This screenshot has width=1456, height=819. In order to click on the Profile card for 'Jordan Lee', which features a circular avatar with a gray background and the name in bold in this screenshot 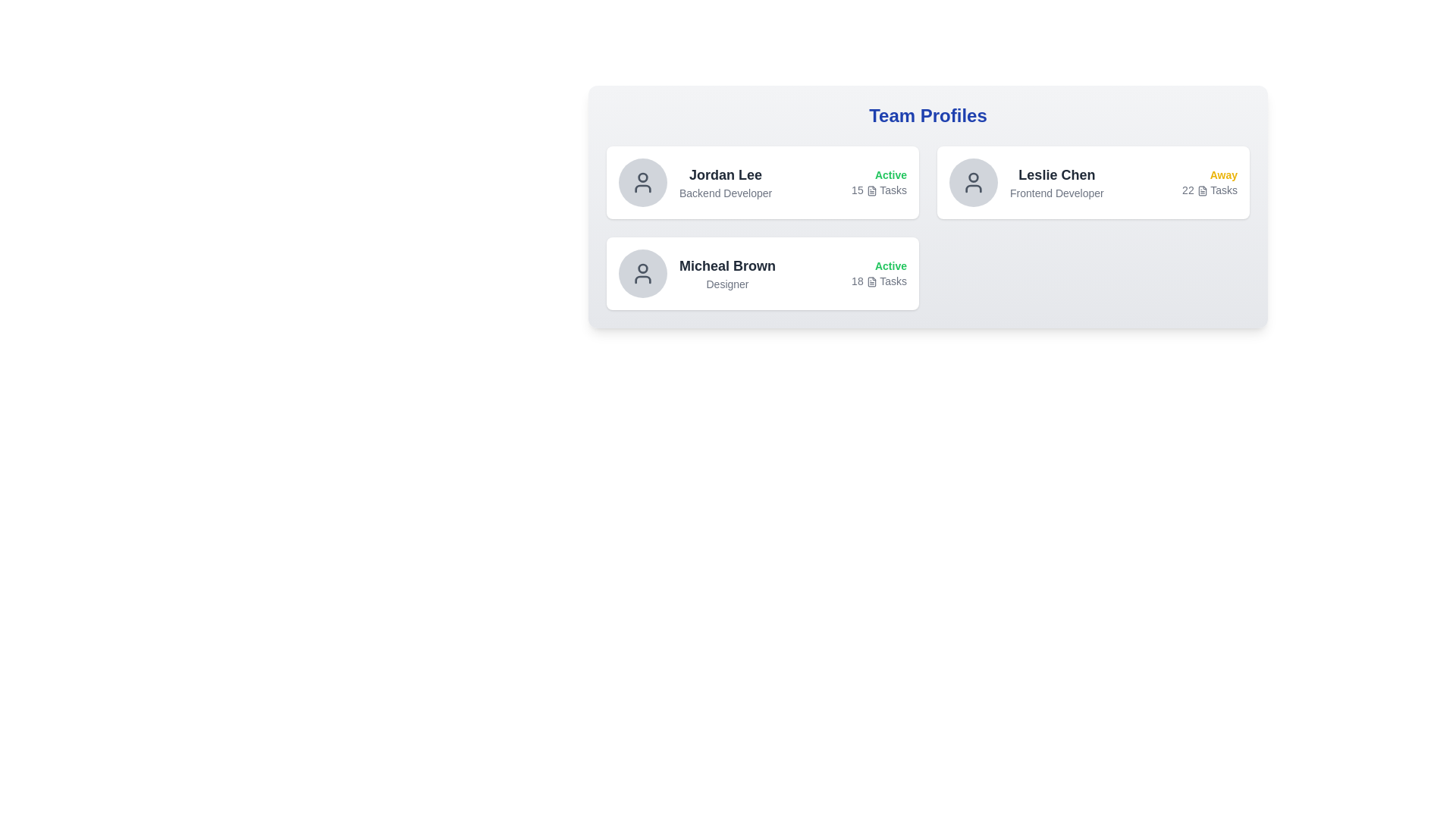, I will do `click(695, 181)`.